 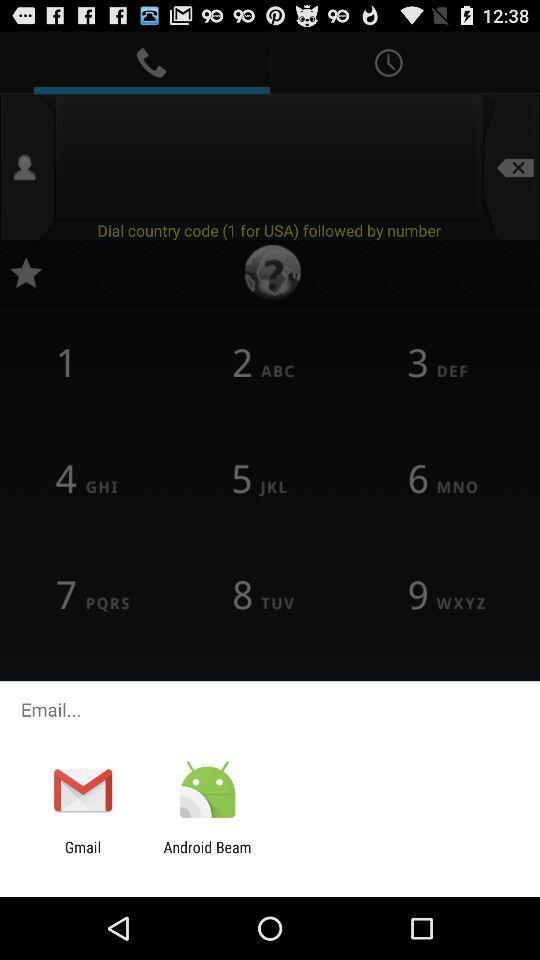 What do you see at coordinates (206, 855) in the screenshot?
I see `the icon to the right of gmail app` at bounding box center [206, 855].